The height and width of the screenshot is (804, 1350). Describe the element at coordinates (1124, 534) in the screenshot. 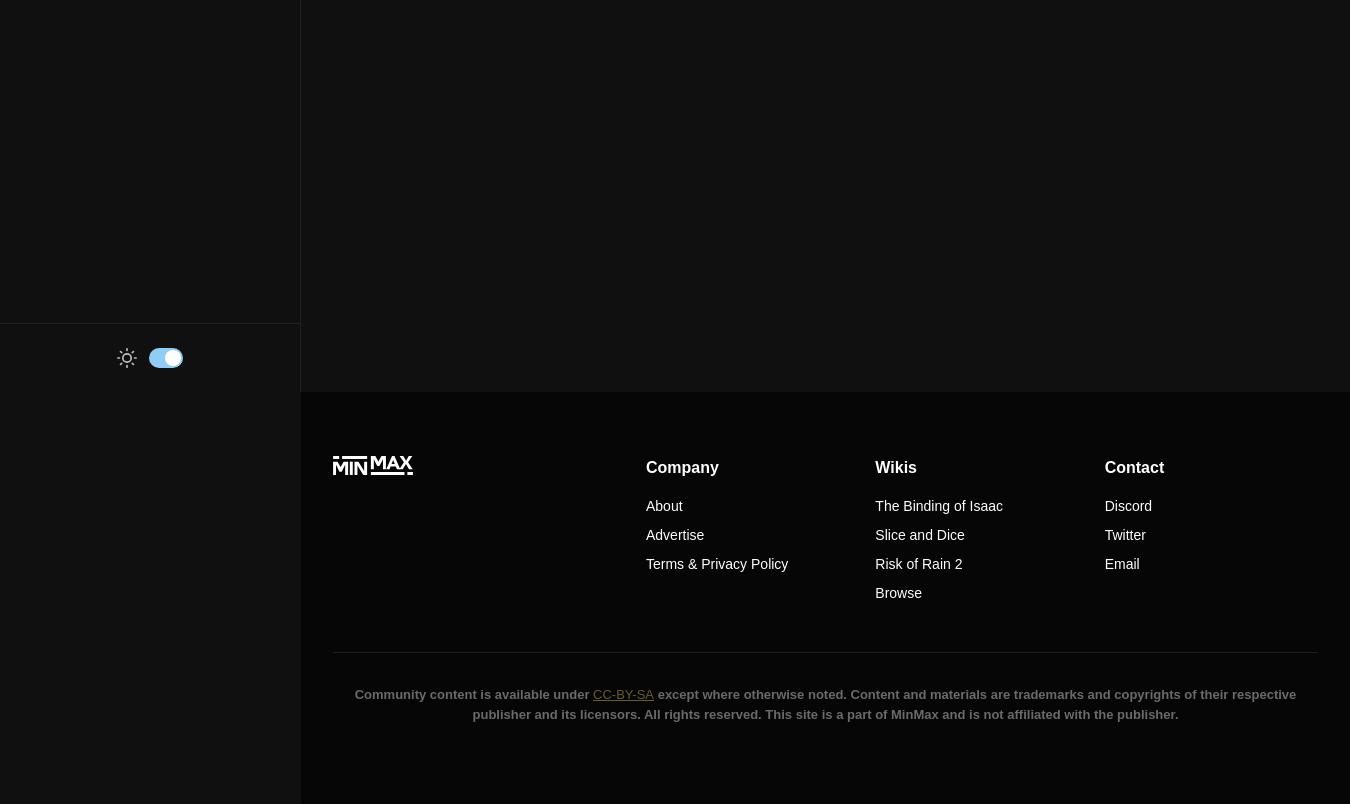

I see `'Twitter'` at that location.